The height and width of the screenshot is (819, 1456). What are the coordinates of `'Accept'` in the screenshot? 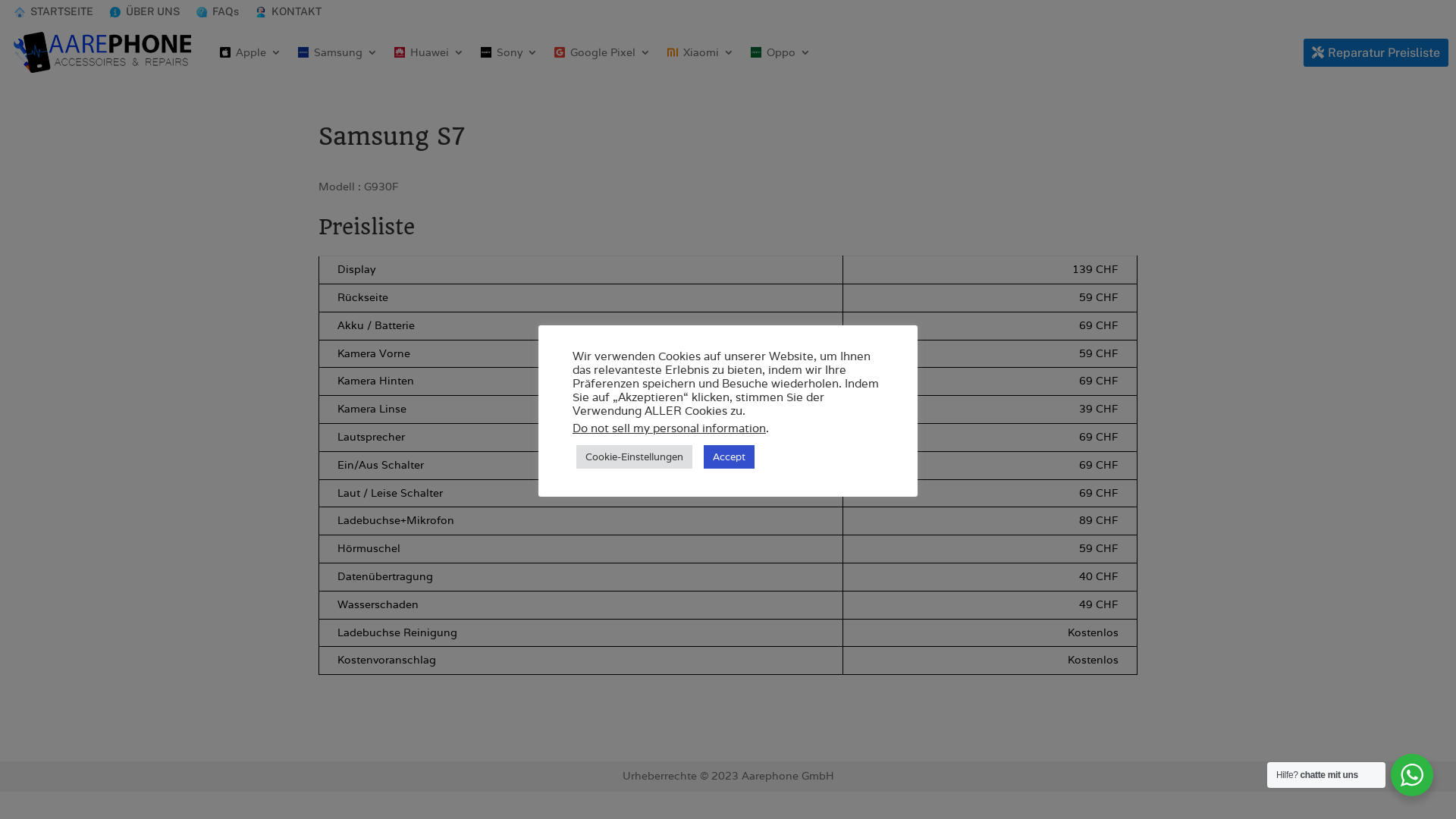 It's located at (702, 456).